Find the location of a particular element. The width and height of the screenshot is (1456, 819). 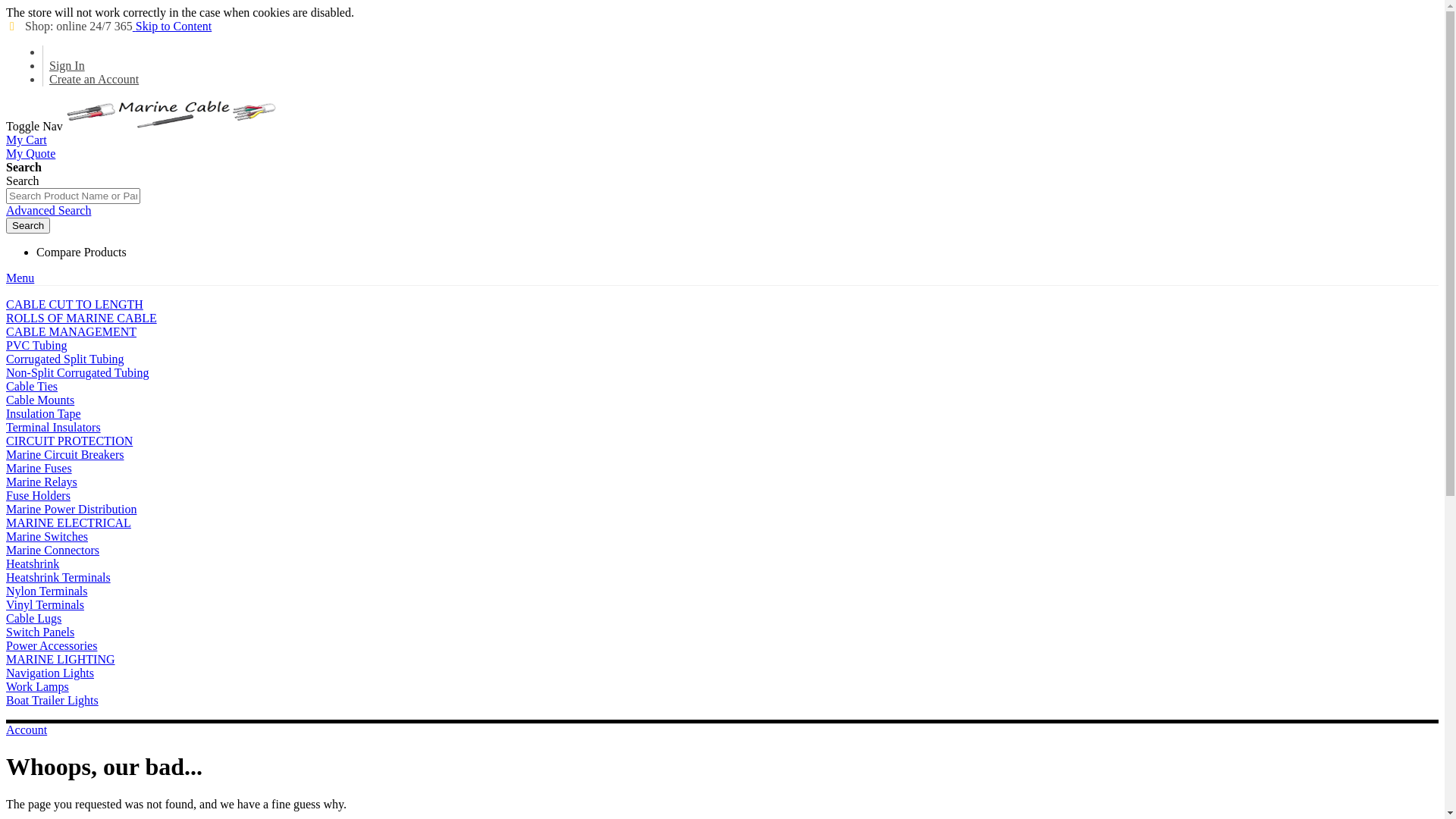

'Heatshrink Terminals' is located at coordinates (58, 577).